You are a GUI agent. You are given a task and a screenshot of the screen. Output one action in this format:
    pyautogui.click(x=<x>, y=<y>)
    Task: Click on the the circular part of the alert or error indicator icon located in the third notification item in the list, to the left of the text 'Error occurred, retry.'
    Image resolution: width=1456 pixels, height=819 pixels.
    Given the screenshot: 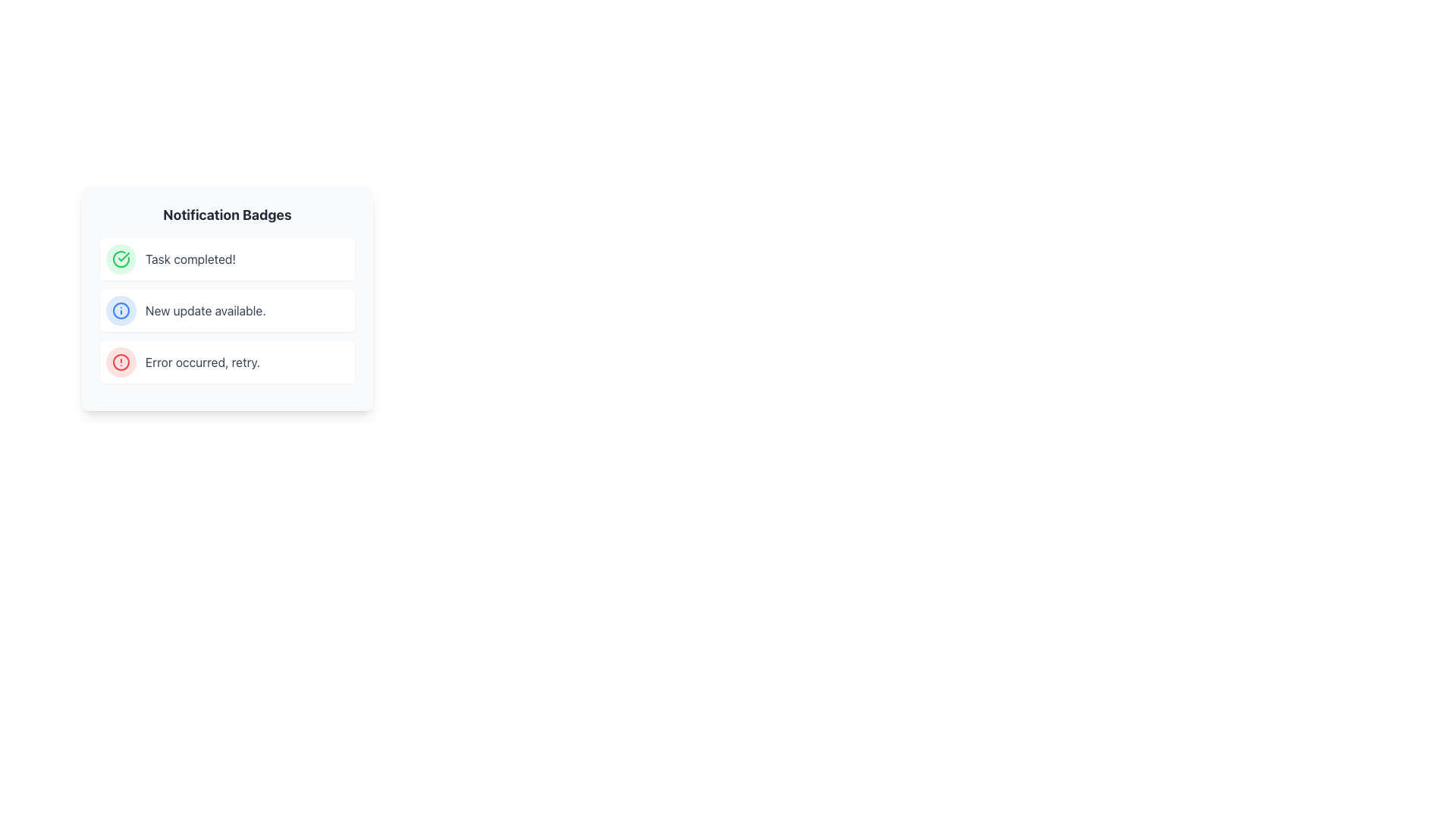 What is the action you would take?
    pyautogui.click(x=120, y=362)
    